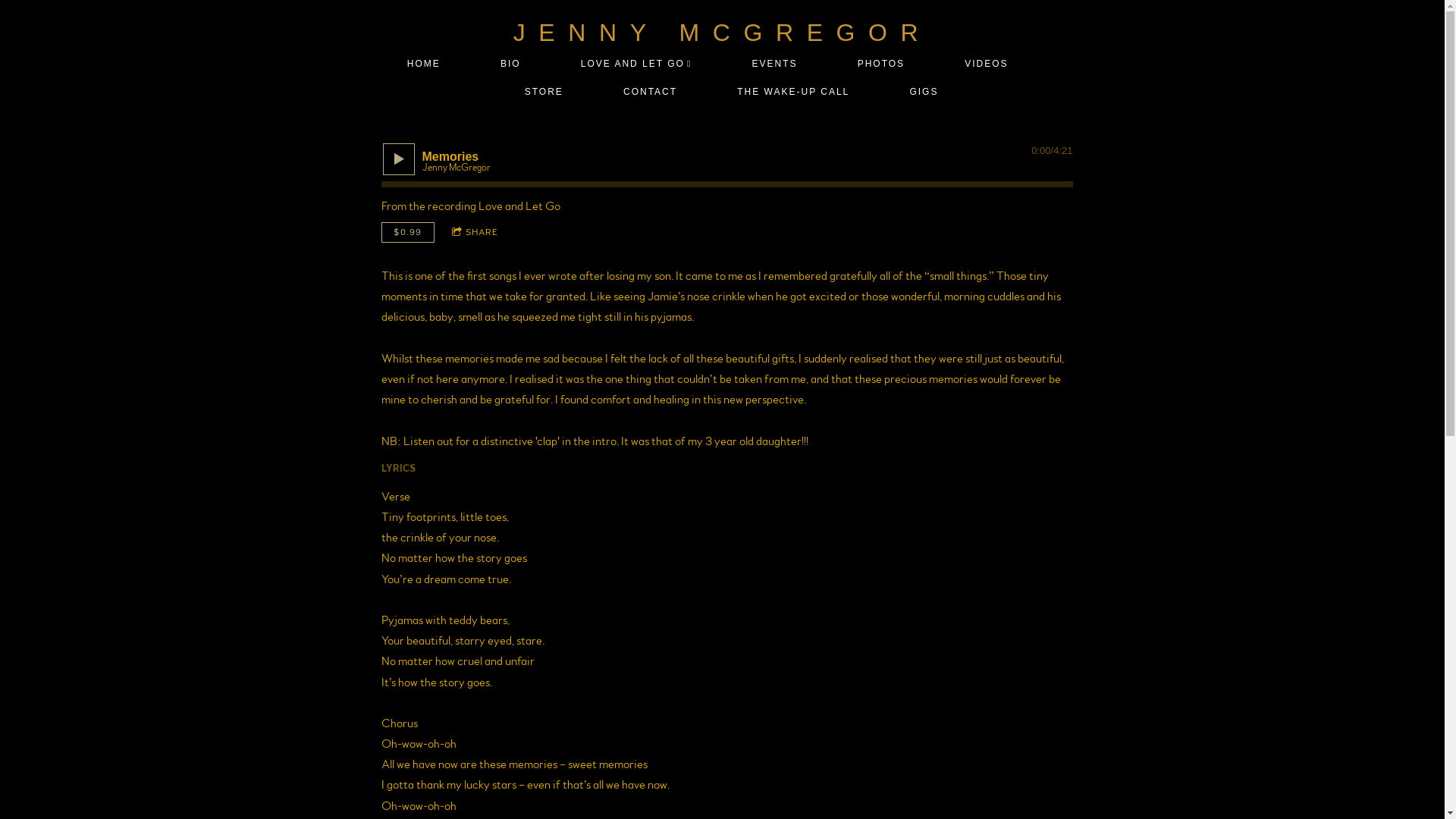 The width and height of the screenshot is (1456, 819). I want to click on 'GIGS', so click(923, 92).